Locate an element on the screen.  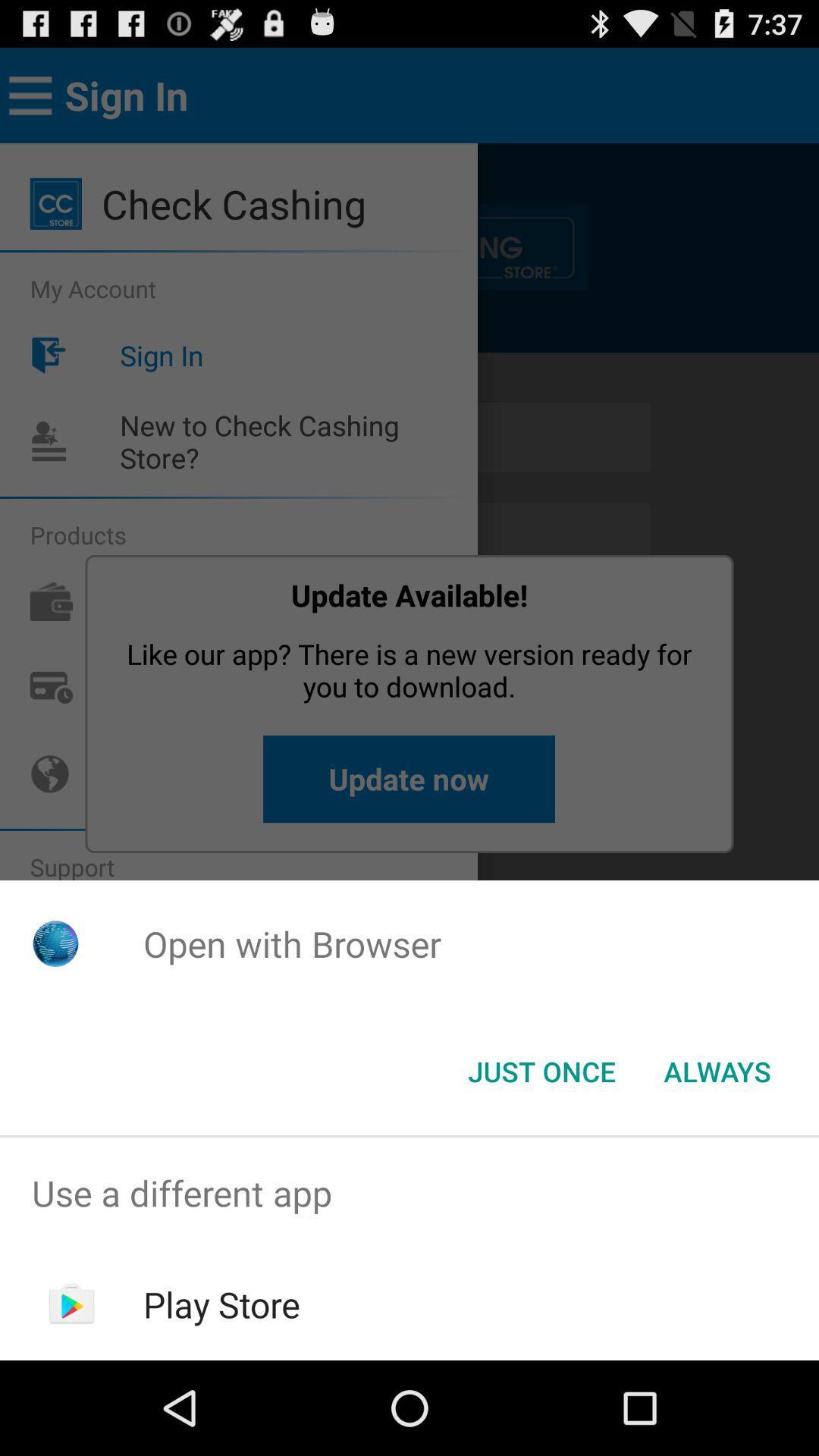
icon to the left of the always is located at coordinates (541, 1070).